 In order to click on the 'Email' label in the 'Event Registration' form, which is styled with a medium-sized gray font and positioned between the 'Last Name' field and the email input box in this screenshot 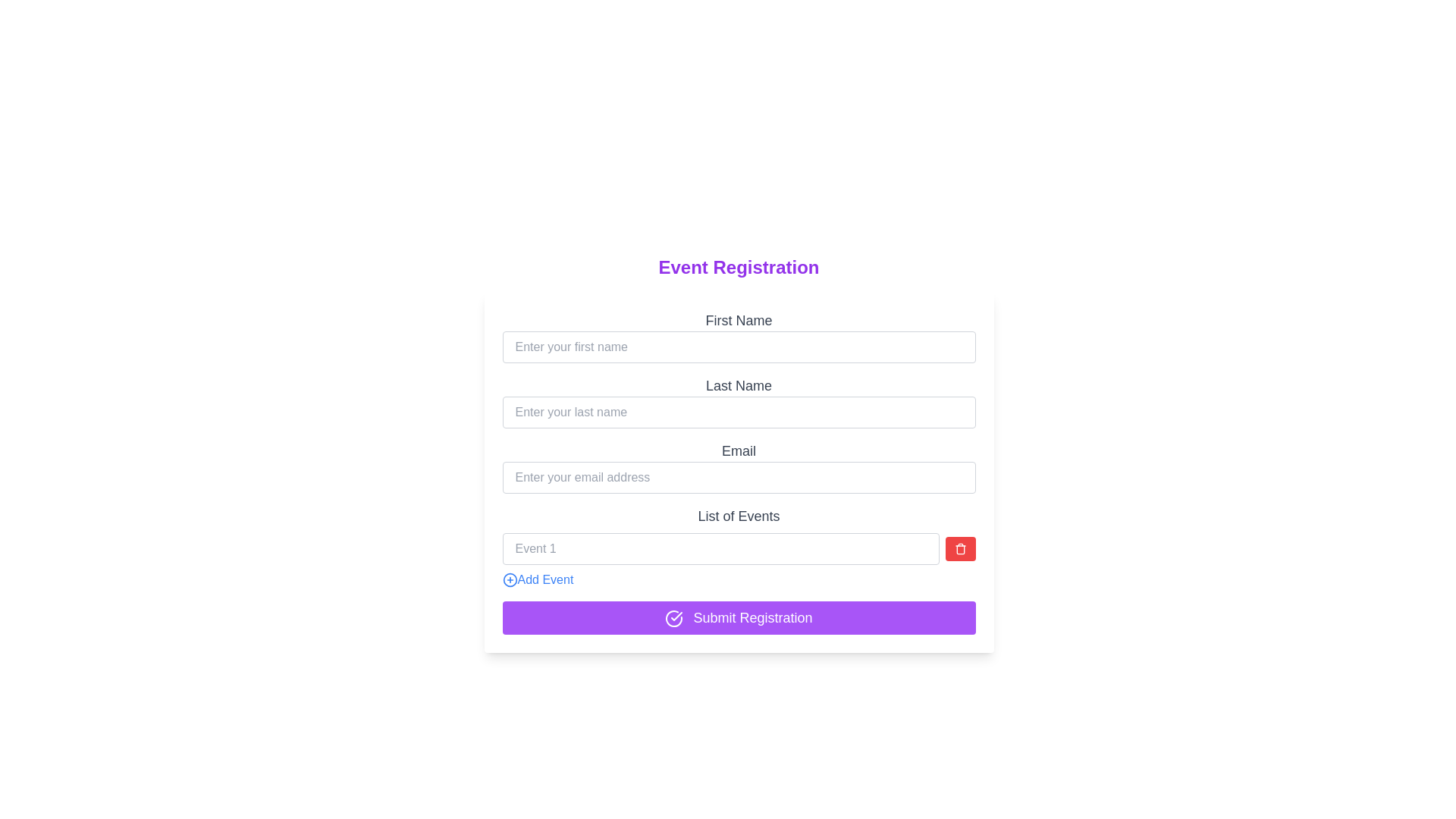, I will do `click(739, 450)`.